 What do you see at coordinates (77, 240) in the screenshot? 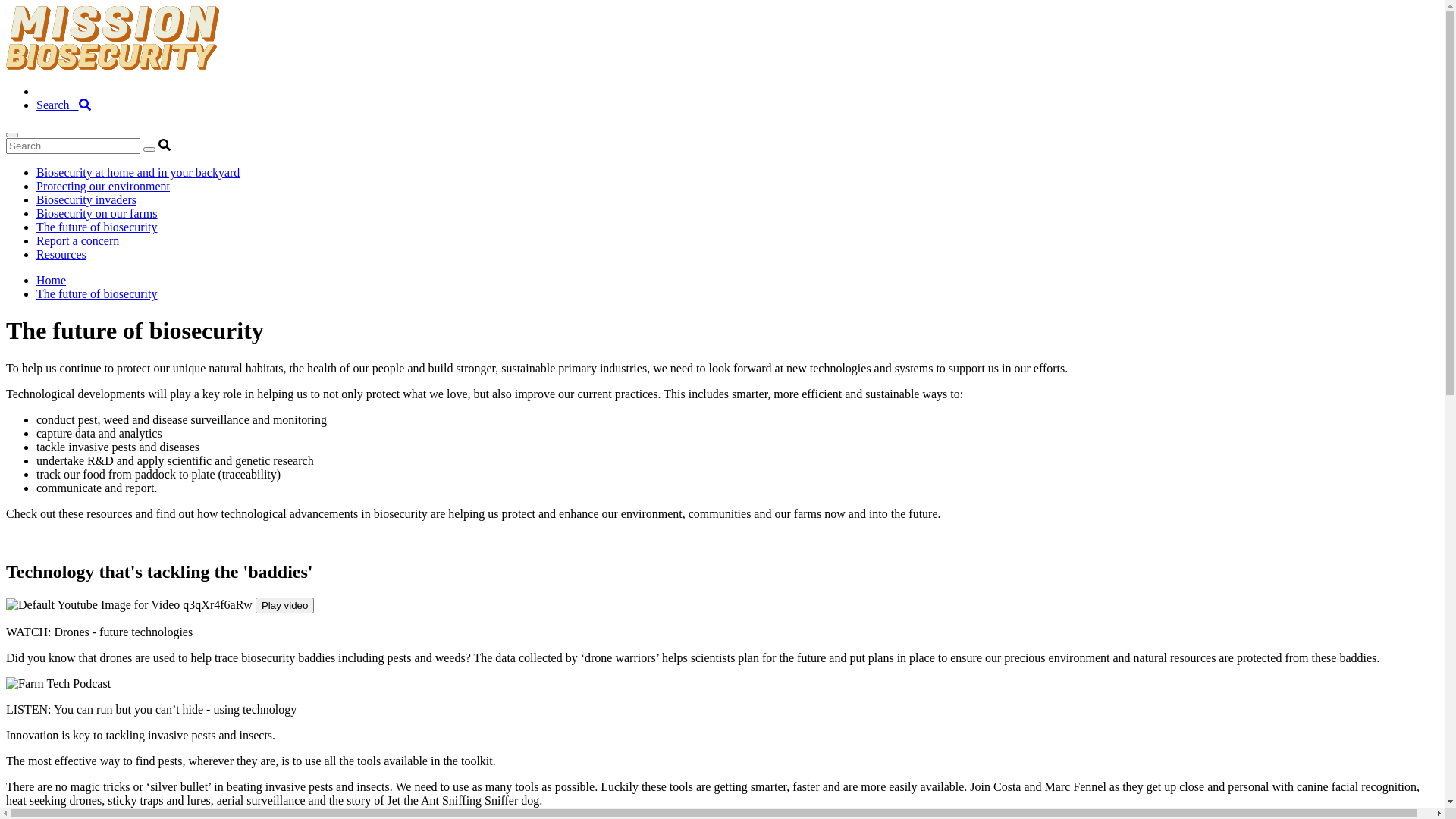
I see `'Report a concern'` at bounding box center [77, 240].